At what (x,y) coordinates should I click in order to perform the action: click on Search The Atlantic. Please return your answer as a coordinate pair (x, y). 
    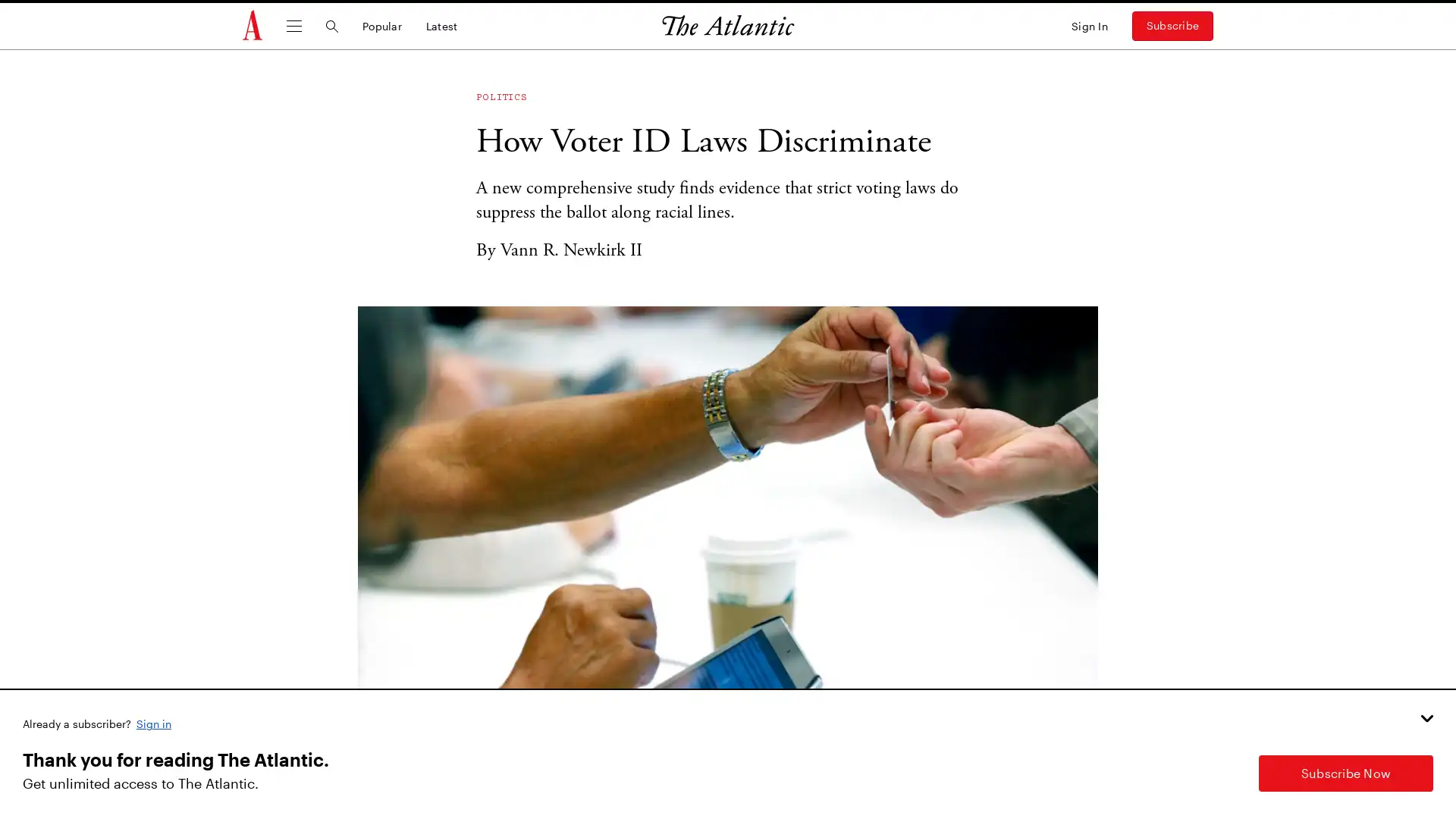
    Looking at the image, I should click on (331, 26).